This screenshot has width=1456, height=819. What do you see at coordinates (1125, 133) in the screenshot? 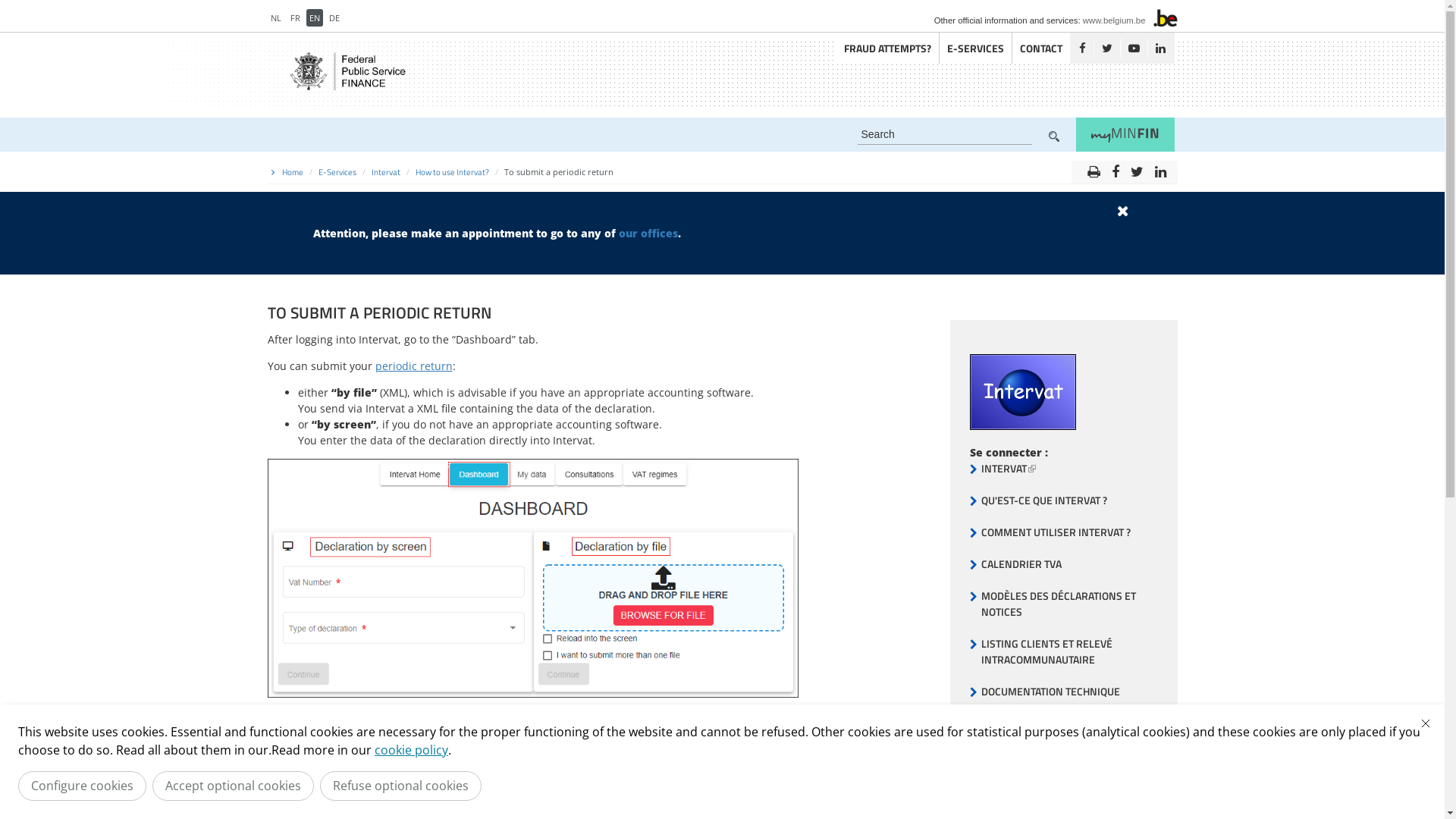
I see `'myMINFIN'` at bounding box center [1125, 133].